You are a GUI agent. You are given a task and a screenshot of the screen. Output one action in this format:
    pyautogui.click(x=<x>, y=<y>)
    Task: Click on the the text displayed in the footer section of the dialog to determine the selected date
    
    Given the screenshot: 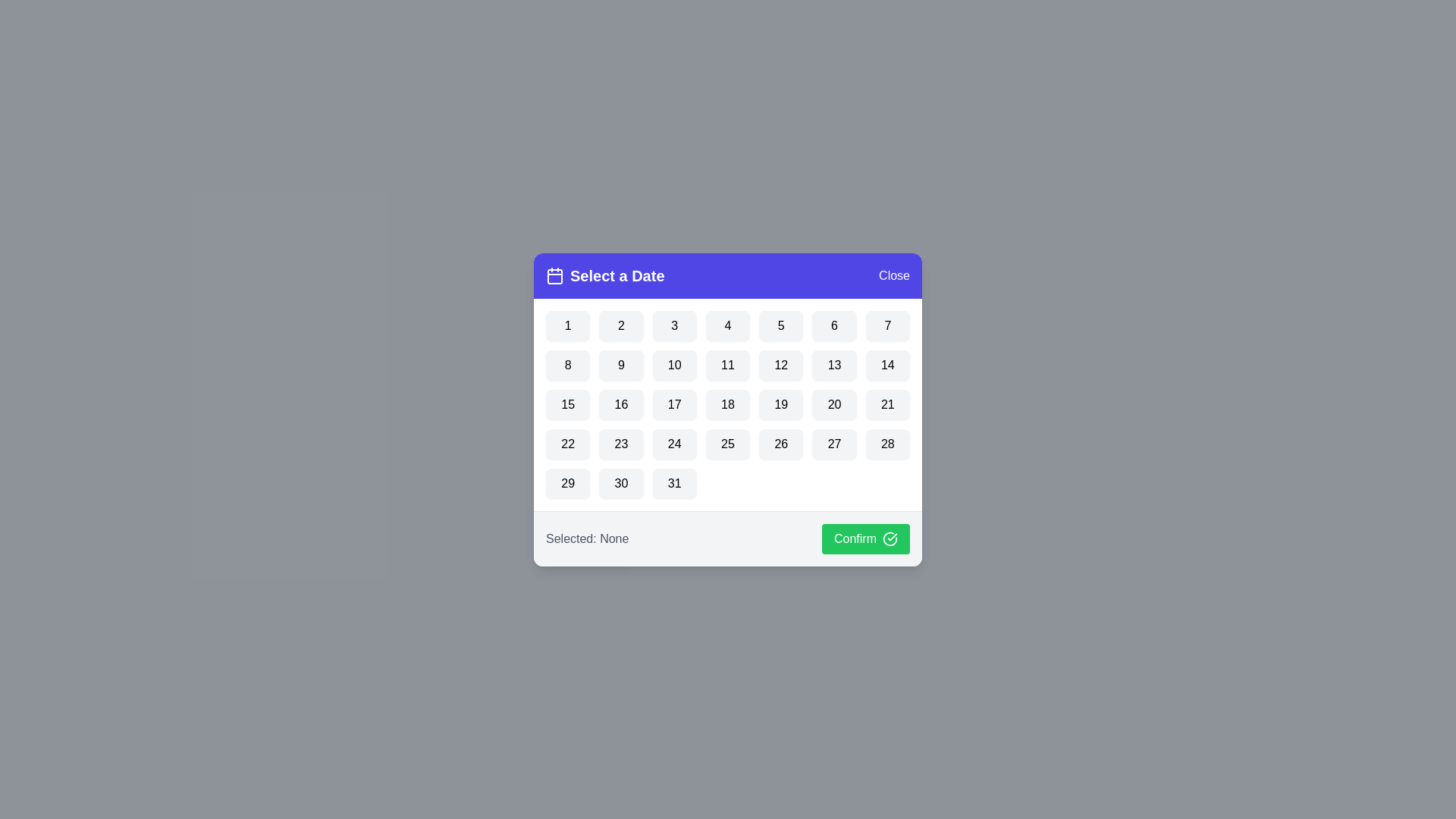 What is the action you would take?
    pyautogui.click(x=586, y=538)
    